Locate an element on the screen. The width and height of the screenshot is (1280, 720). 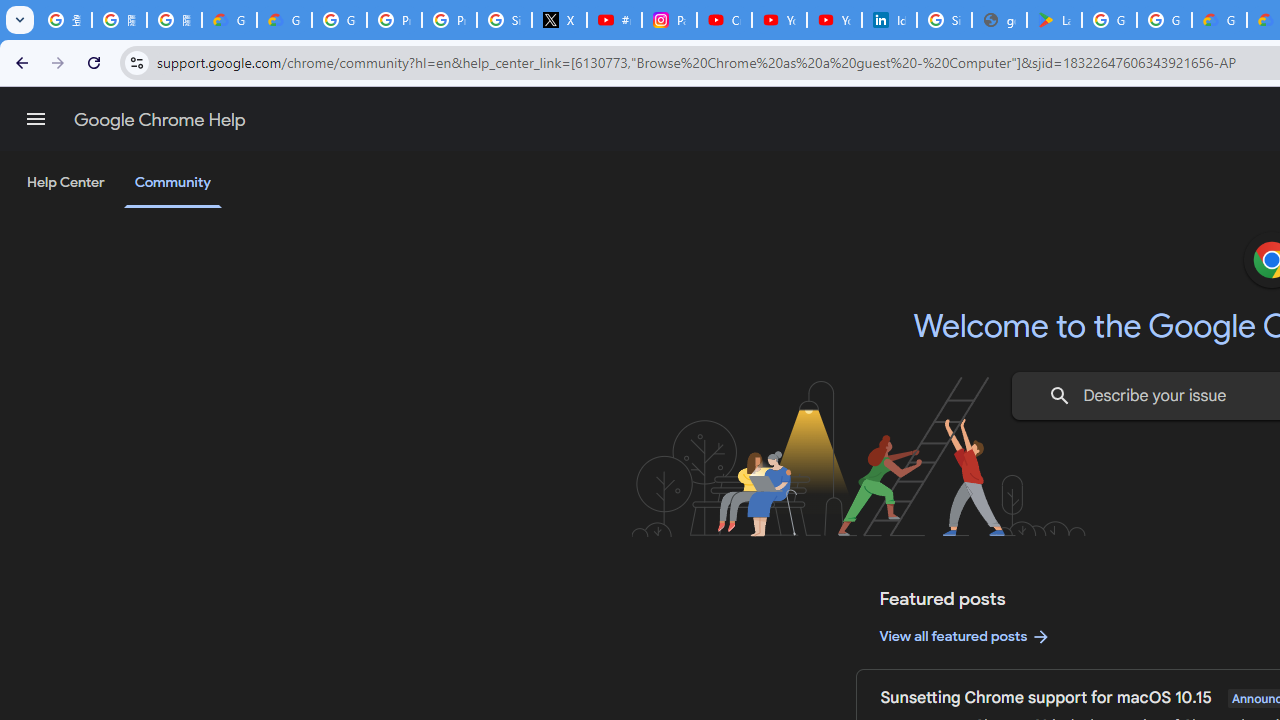
'Sign in - Google Accounts' is located at coordinates (943, 20).